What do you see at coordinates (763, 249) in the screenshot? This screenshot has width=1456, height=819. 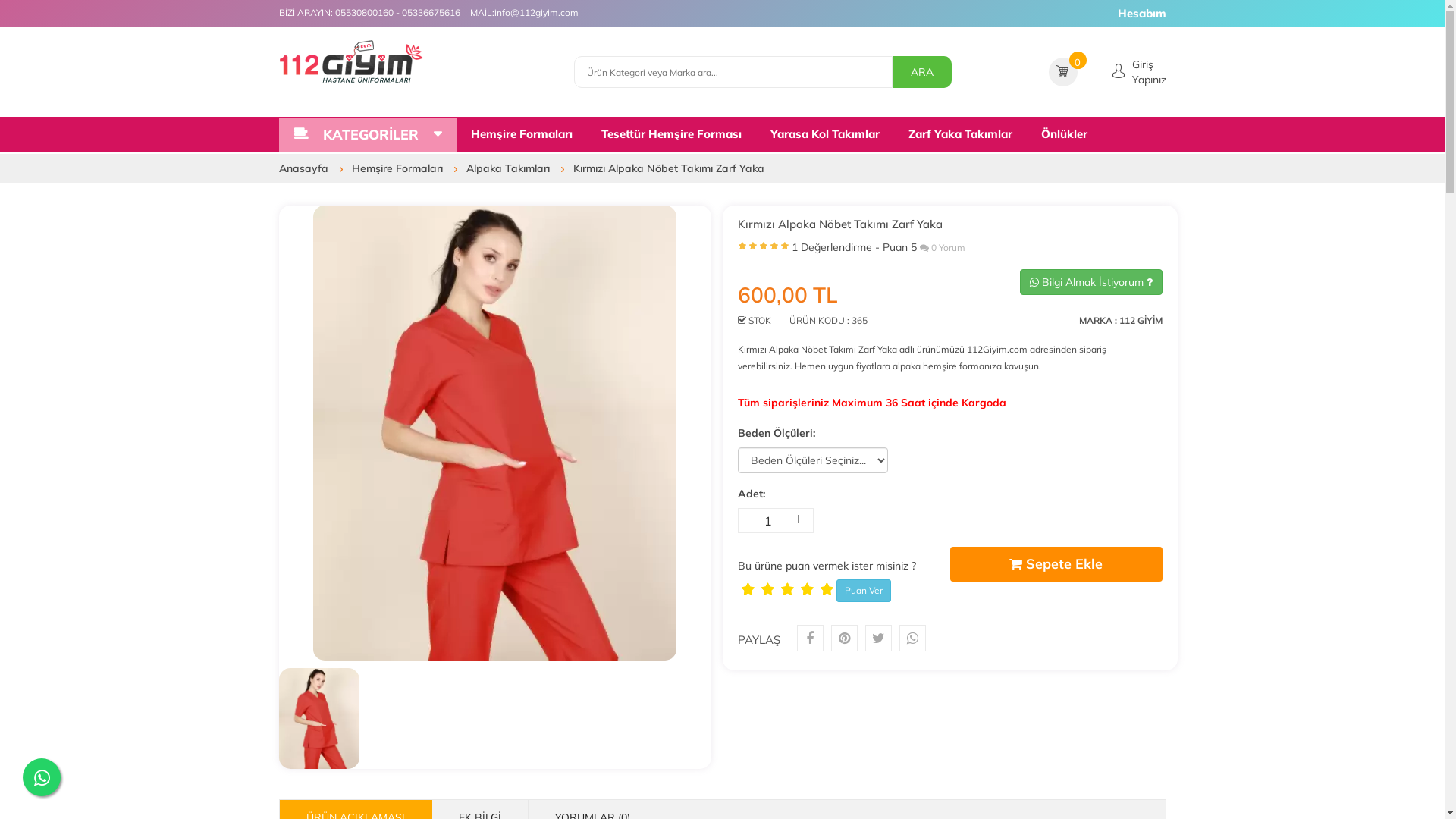 I see `'1 oy verildi Oy:5.0'` at bounding box center [763, 249].